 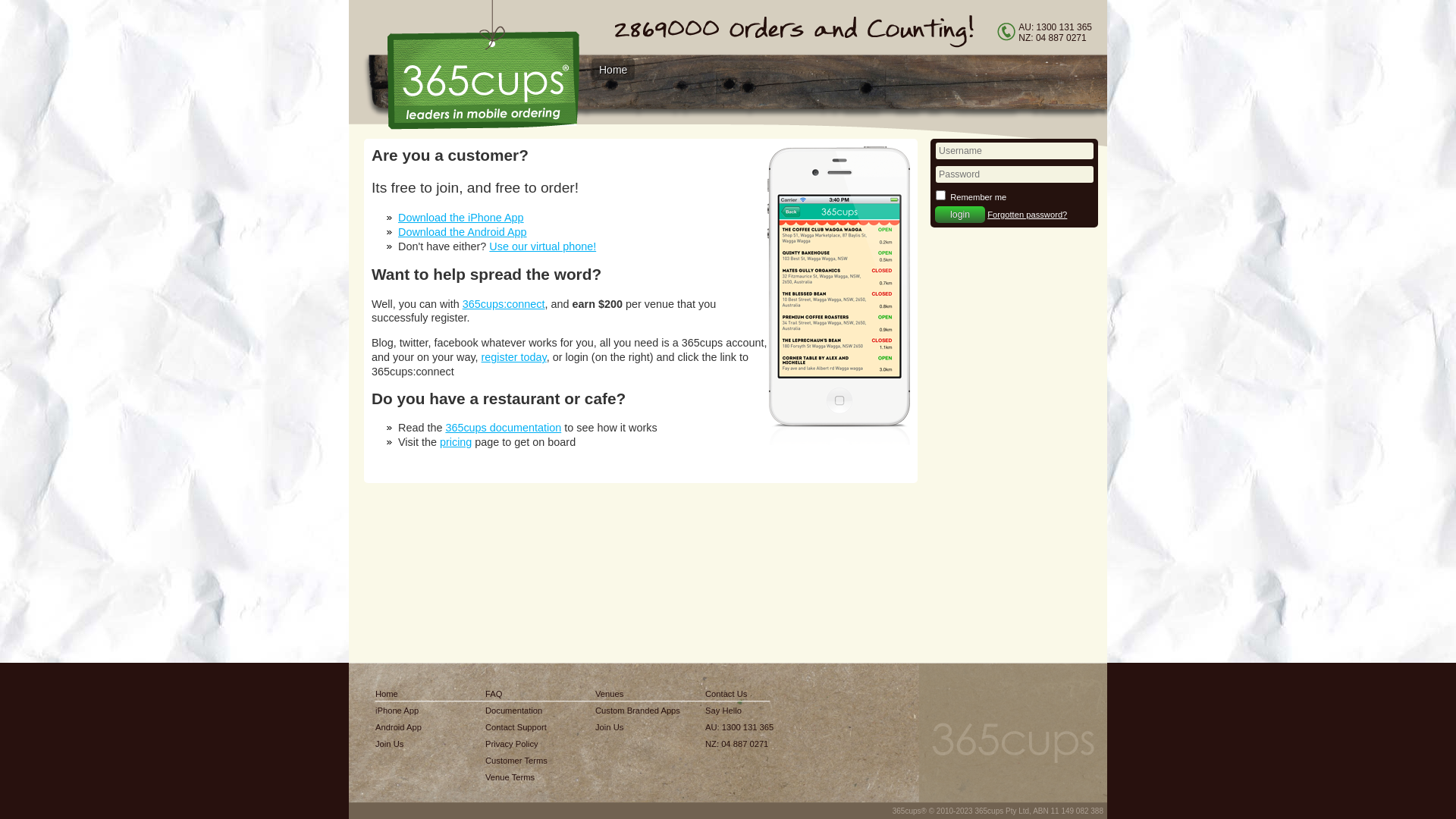 I want to click on 'Custom Branded Apps', so click(x=637, y=711).